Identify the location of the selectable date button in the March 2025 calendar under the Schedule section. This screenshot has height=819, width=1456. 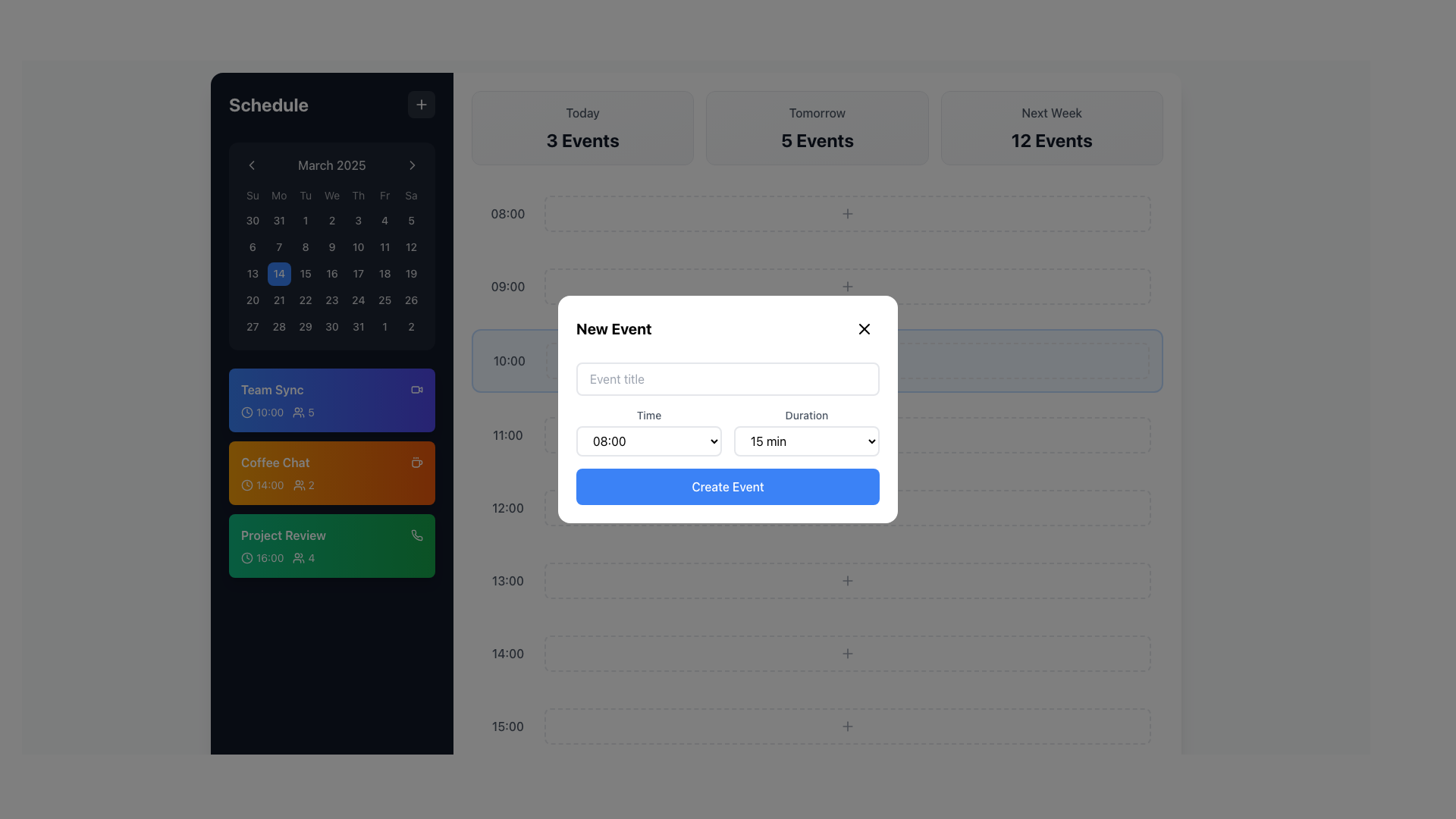
(331, 300).